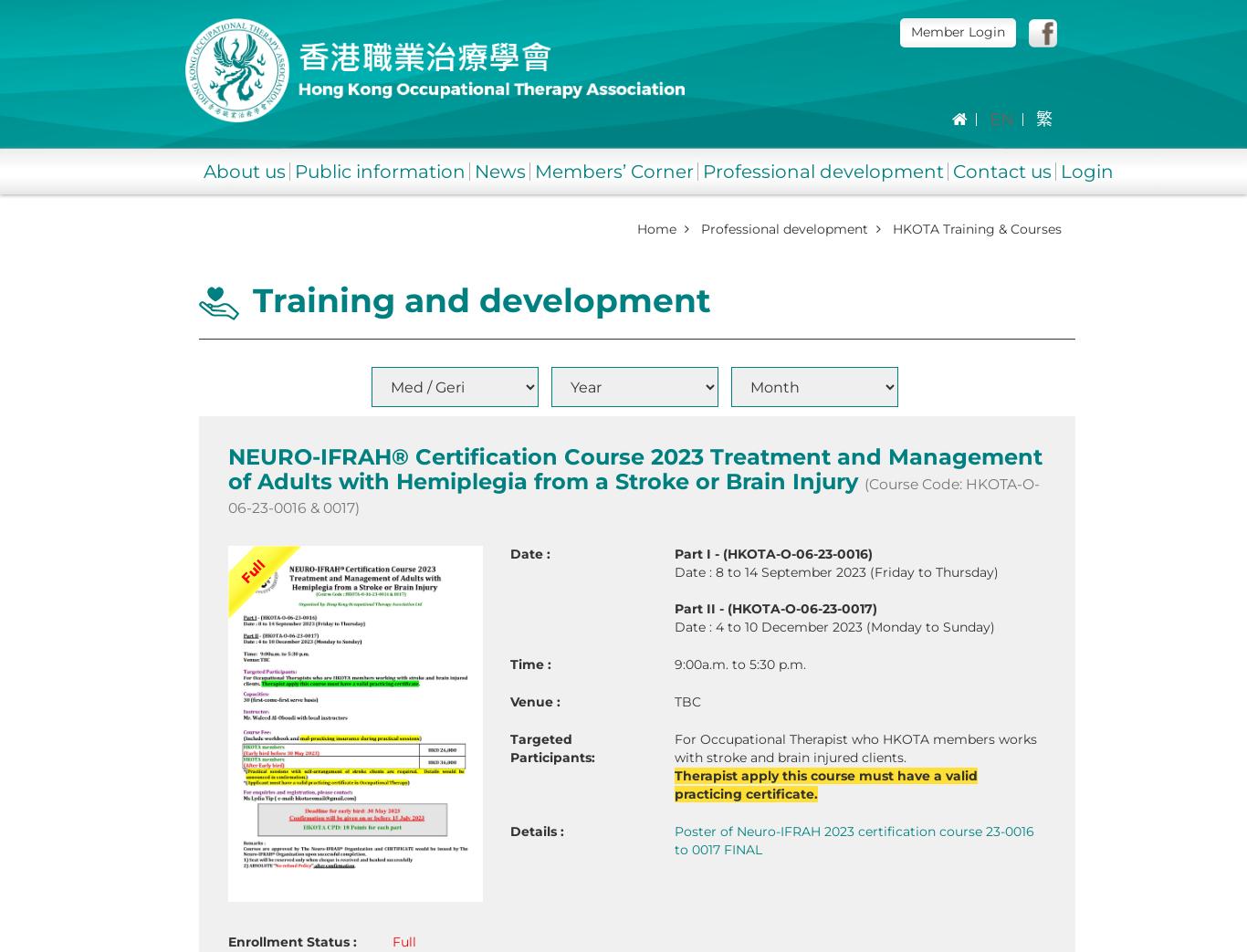 The image size is (1247, 952). Describe the element at coordinates (481, 298) in the screenshot. I see `'Training and development'` at that location.